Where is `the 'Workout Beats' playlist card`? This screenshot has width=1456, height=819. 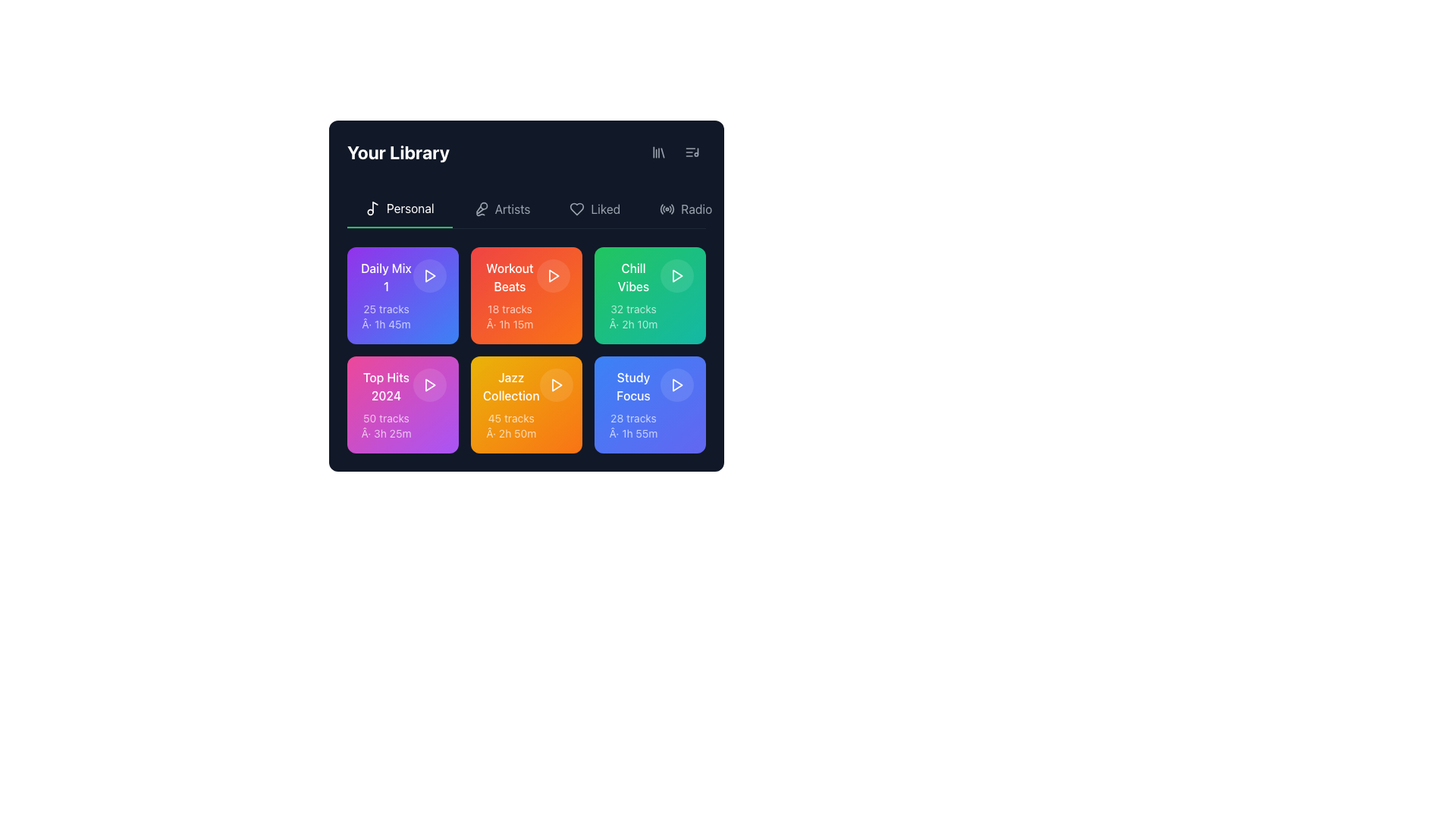 the 'Workout Beats' playlist card is located at coordinates (526, 295).